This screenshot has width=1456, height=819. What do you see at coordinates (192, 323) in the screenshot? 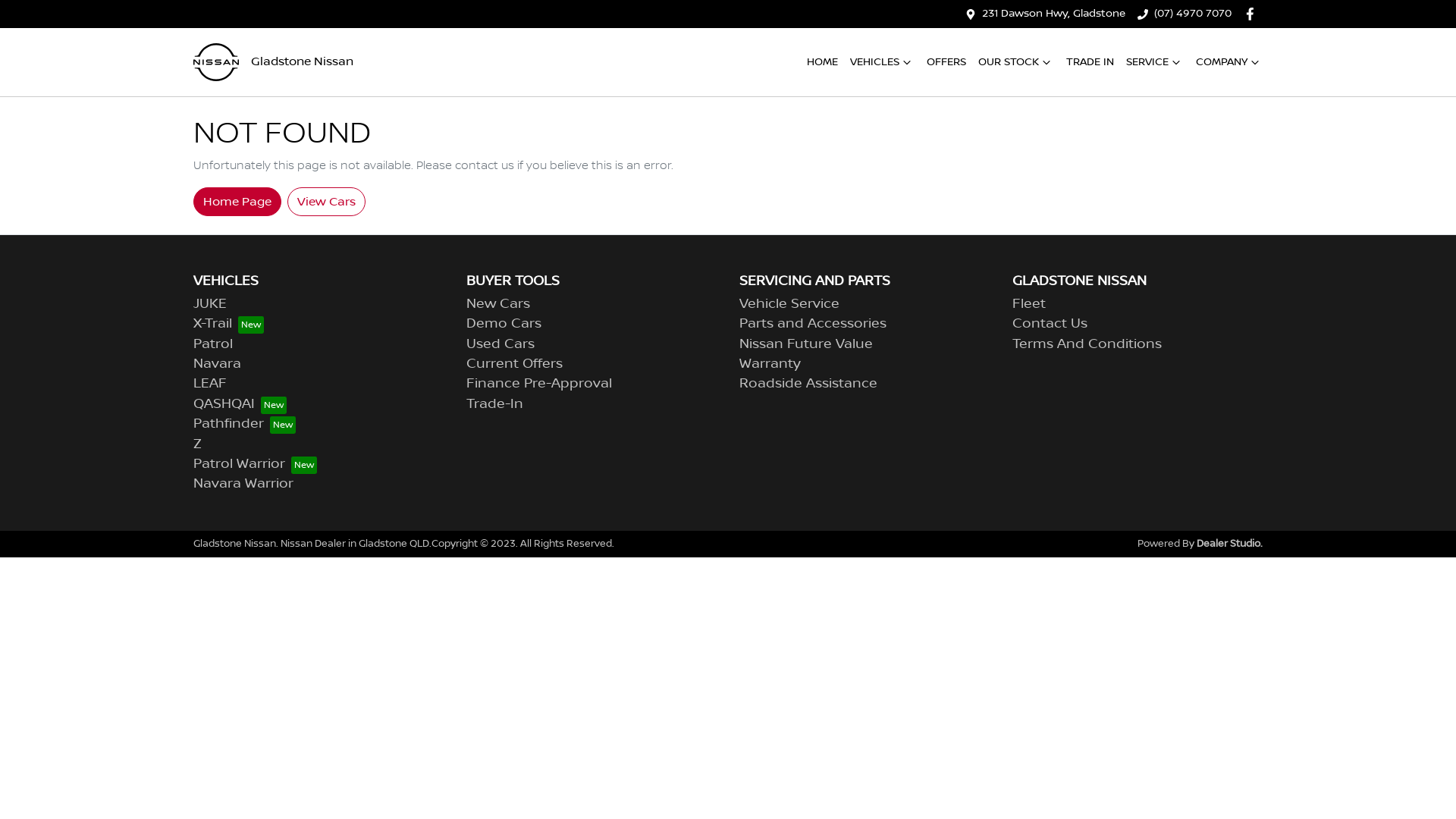
I see `'X-Trail'` at bounding box center [192, 323].